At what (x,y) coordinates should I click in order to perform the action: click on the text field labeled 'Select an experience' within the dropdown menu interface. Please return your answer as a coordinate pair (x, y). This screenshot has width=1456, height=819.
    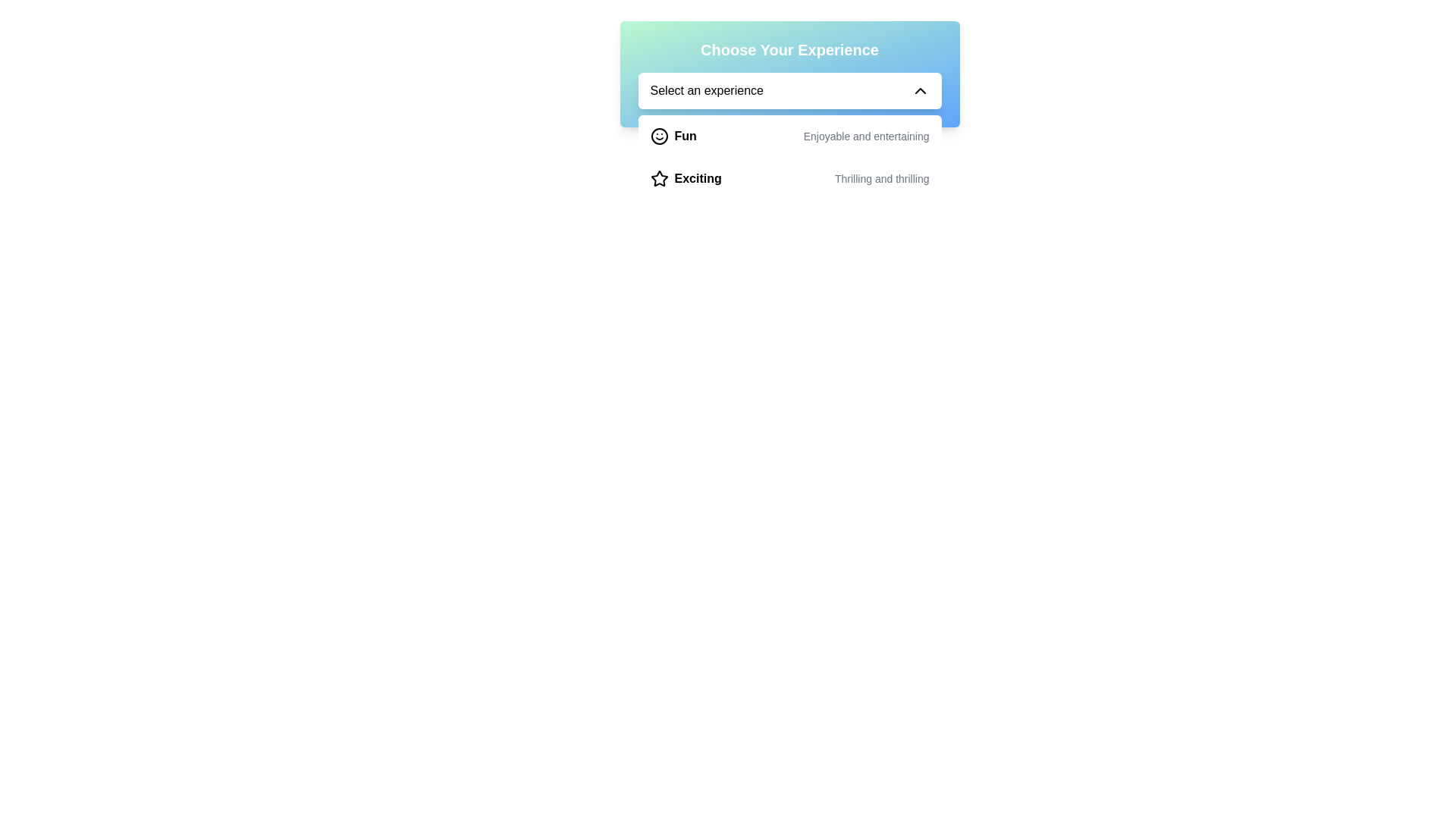
    Looking at the image, I should click on (706, 90).